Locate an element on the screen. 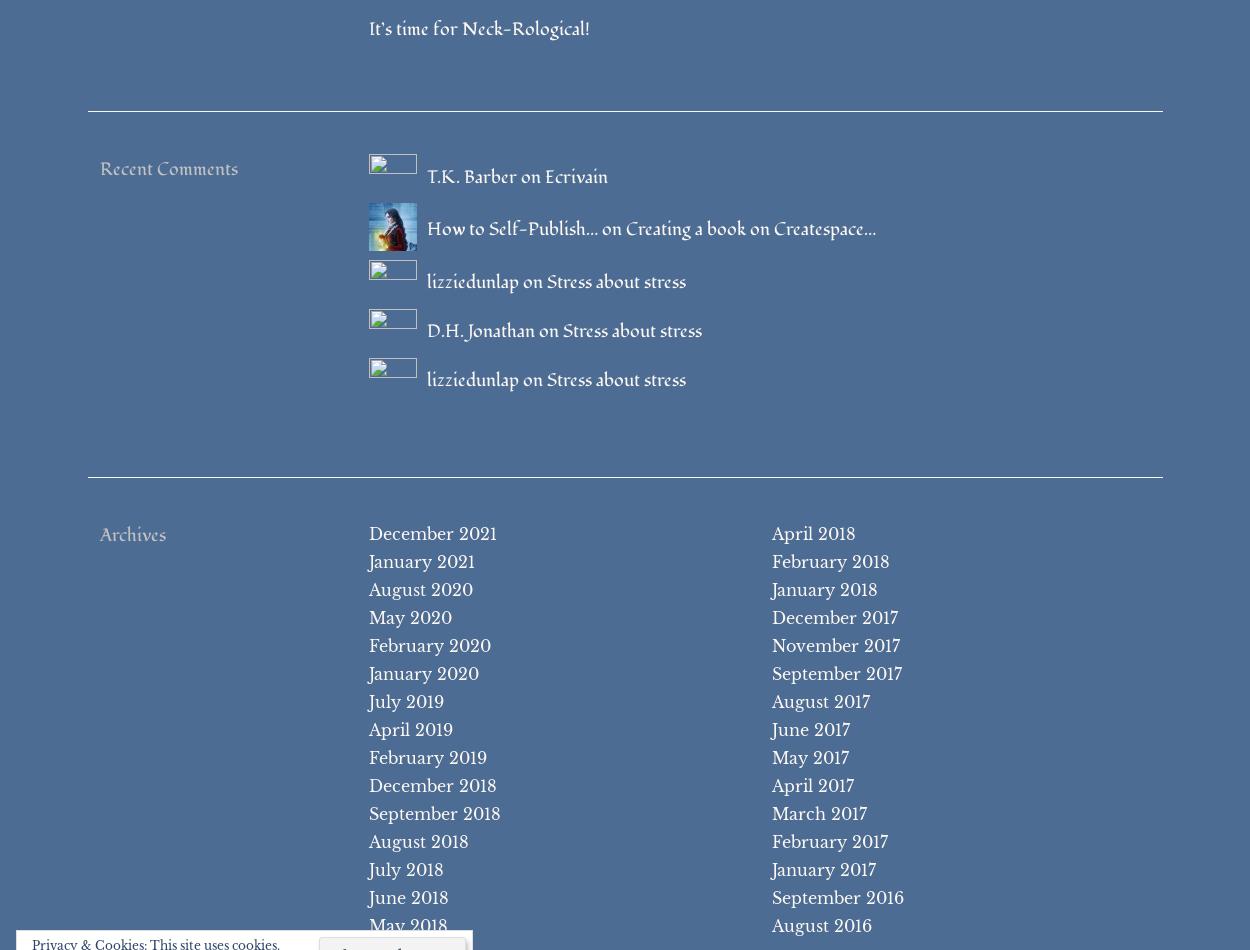  'August 2018' is located at coordinates (417, 840).